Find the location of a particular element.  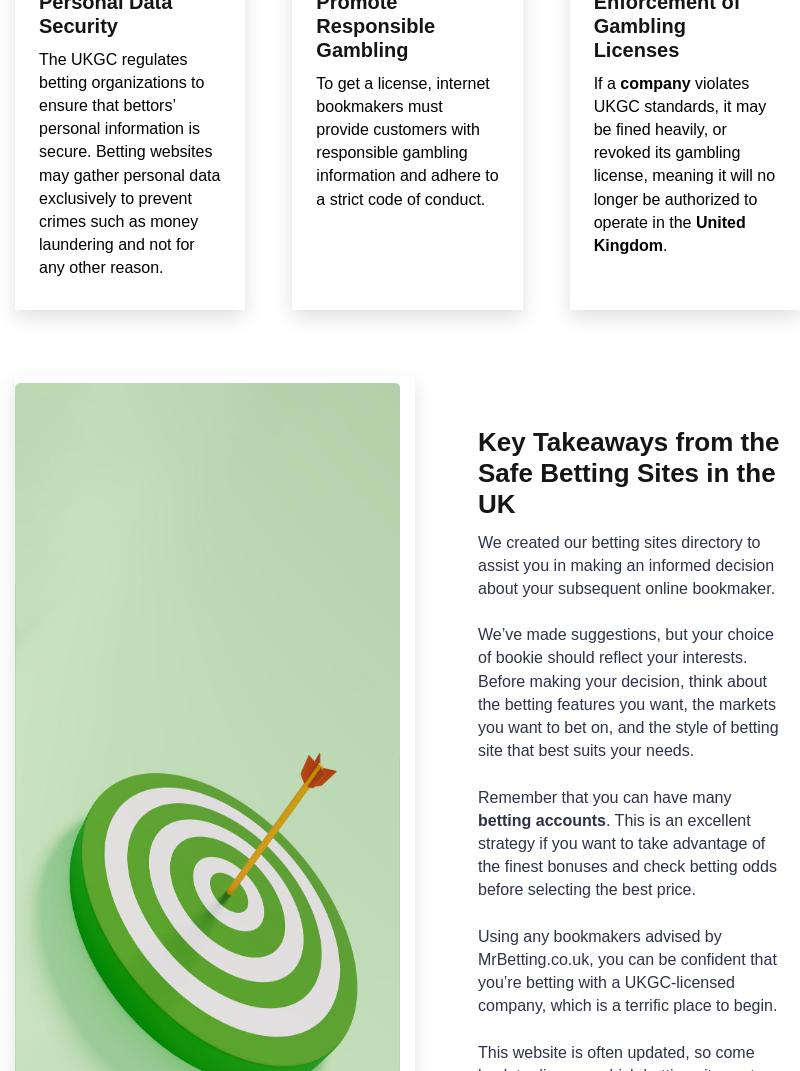

'We’ve made suggestions, but your choice of bookie should reflect your interests. Before making your decision, think about the betting features you want, the markets you want to bet on, and the style of betting site that best suits your needs.' is located at coordinates (628, 692).